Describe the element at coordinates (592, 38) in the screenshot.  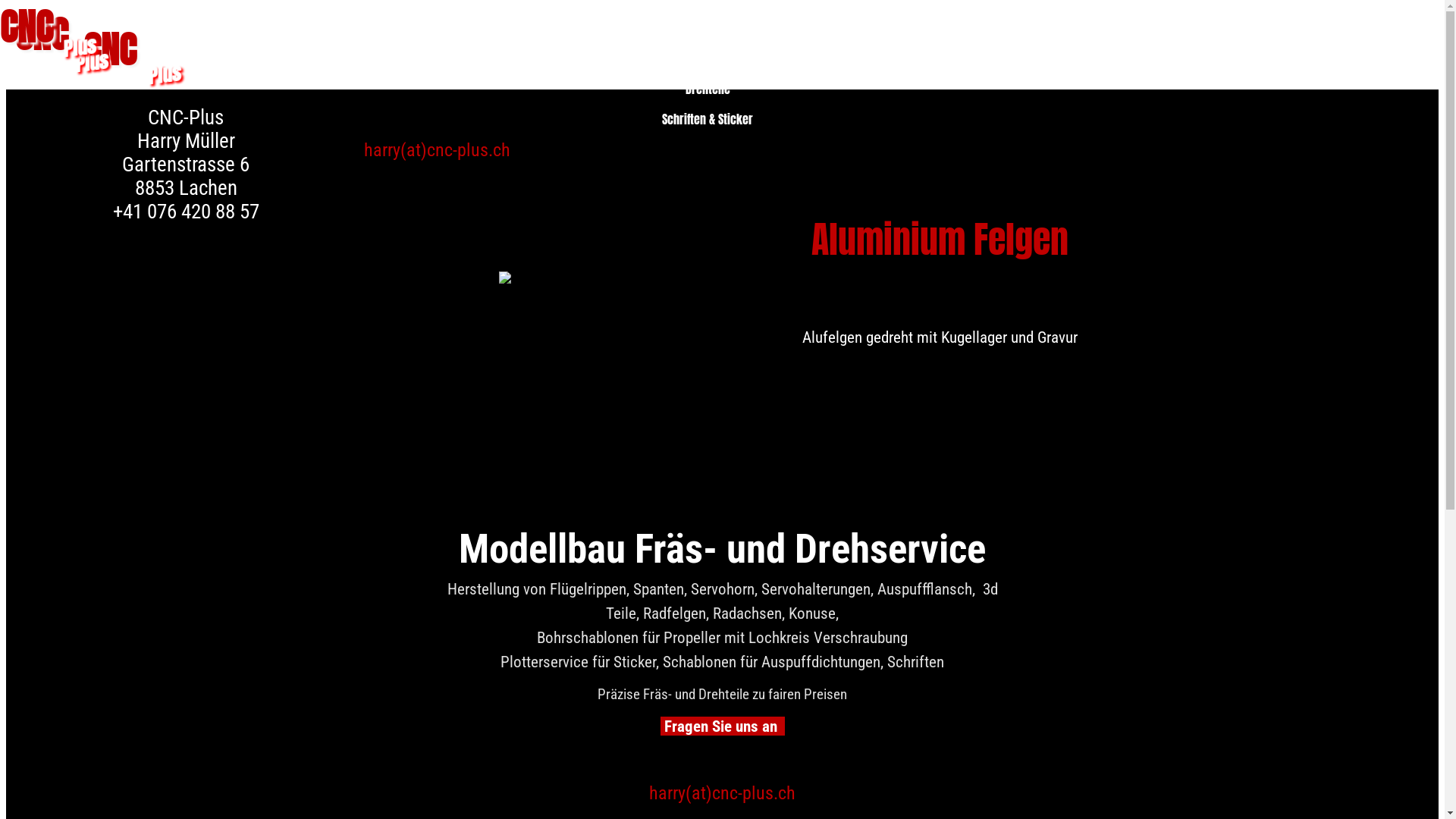
I see `'Homepage'` at that location.